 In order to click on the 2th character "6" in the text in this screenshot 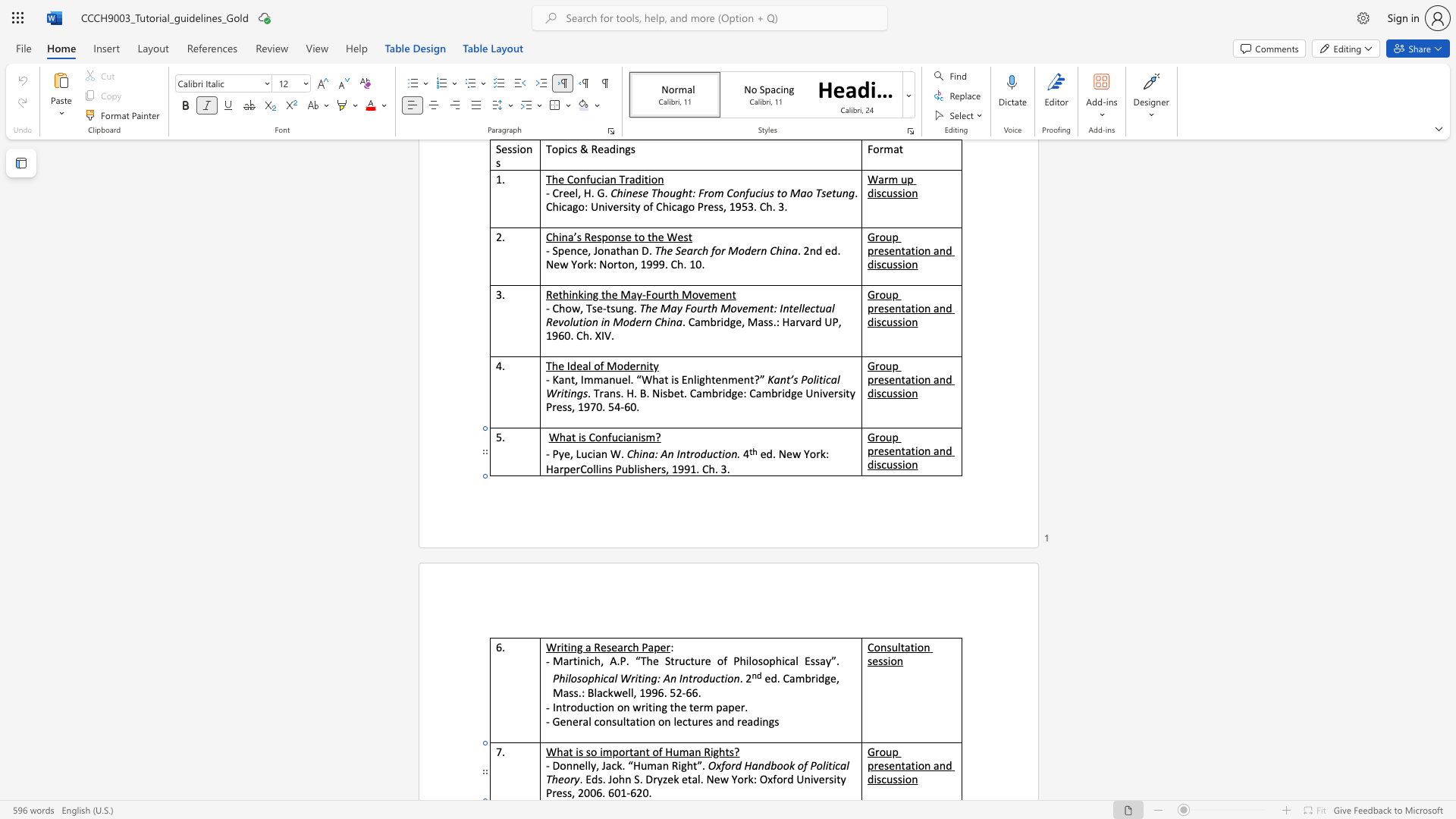, I will do `click(611, 792)`.